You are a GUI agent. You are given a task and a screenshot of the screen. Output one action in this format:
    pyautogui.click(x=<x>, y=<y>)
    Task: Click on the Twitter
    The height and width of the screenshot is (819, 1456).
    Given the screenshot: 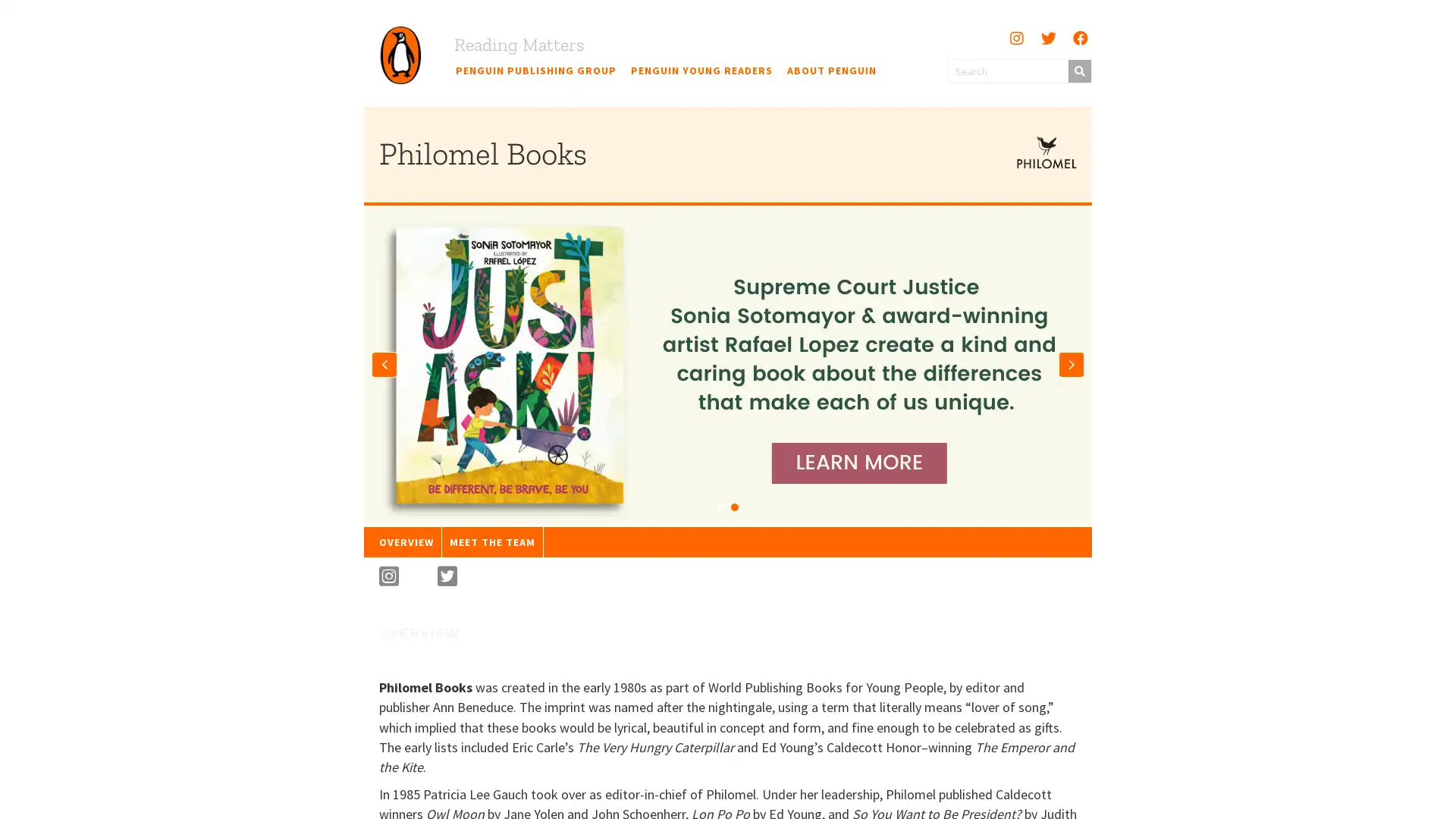 What is the action you would take?
    pyautogui.click(x=1047, y=37)
    